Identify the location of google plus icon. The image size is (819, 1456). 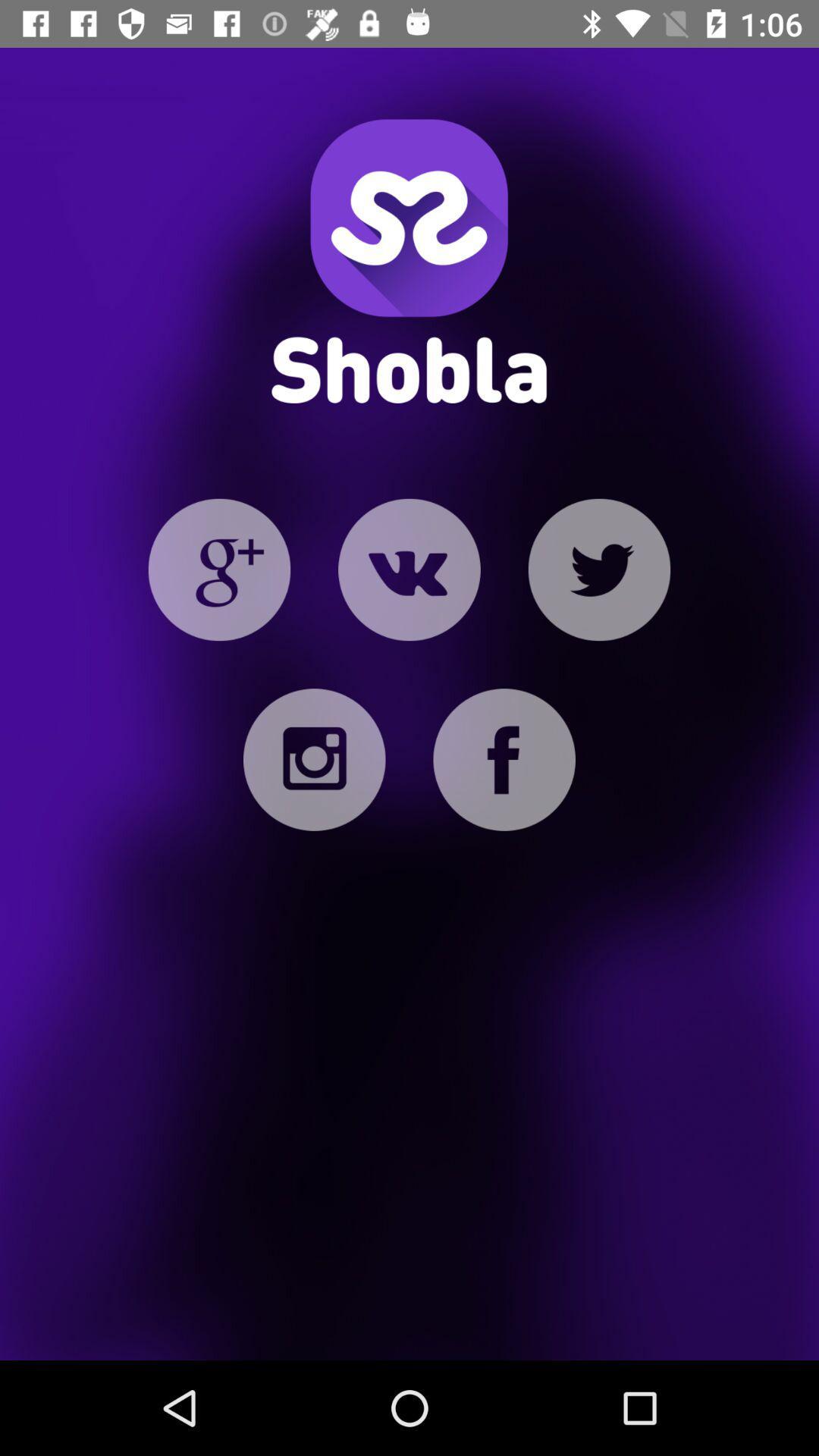
(219, 569).